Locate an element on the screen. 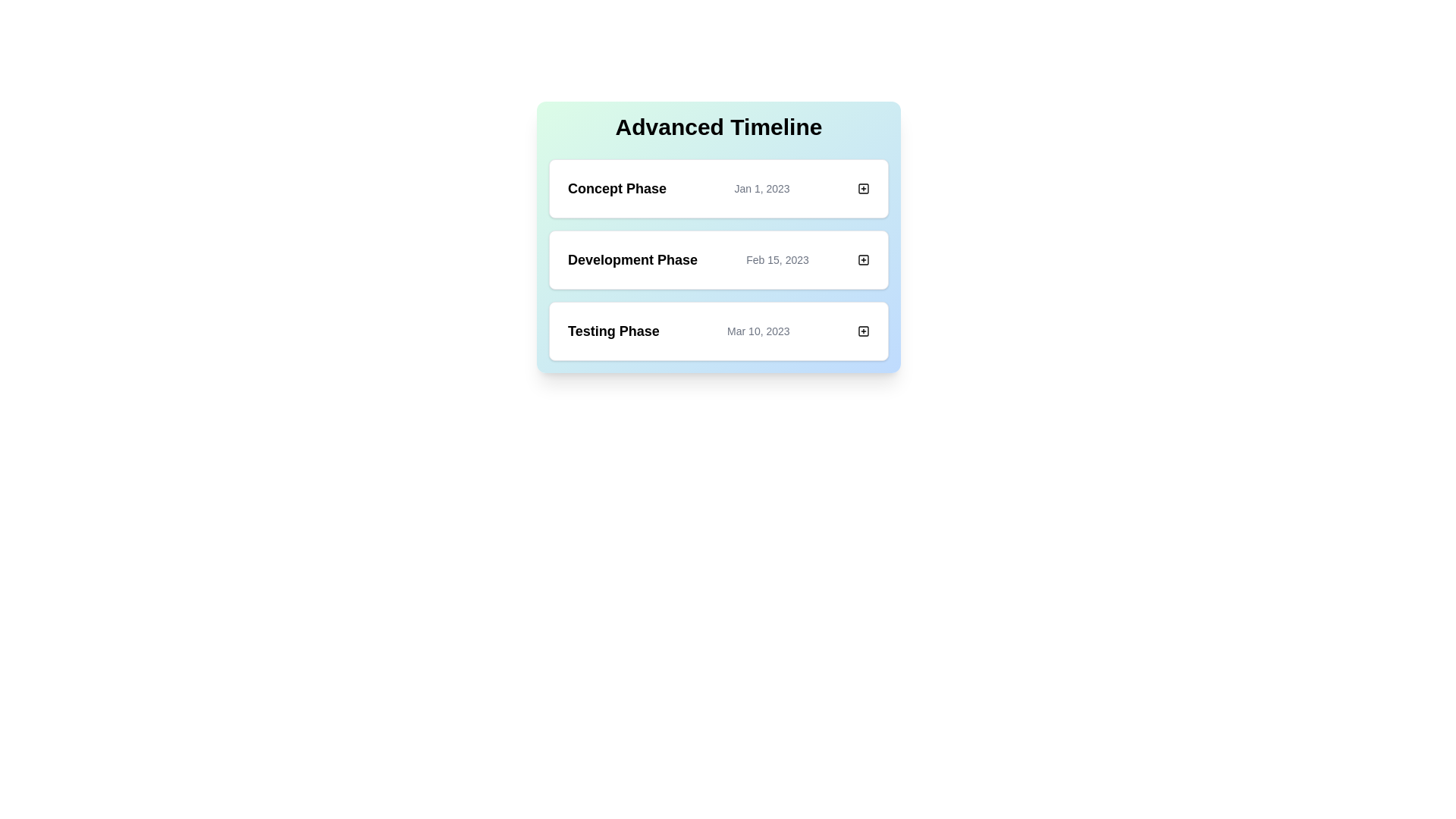 The width and height of the screenshot is (1456, 819). the small icon with a square outline and a plus sign at its center, located next to the 'Jan 1, 2023' text under the 'Concept Phase' heading is located at coordinates (863, 188).